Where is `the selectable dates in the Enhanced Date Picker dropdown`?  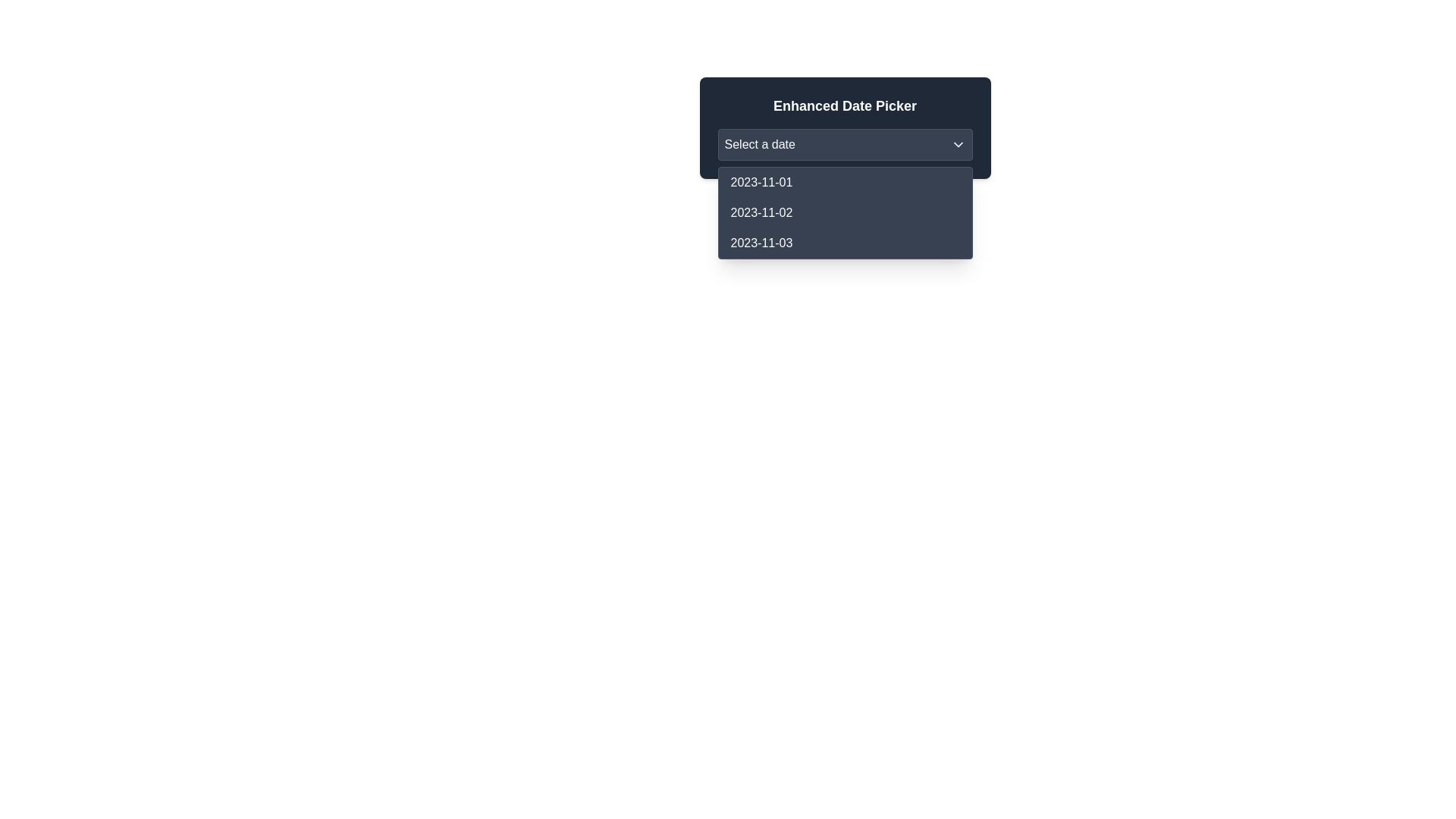
the selectable dates in the Enhanced Date Picker dropdown is located at coordinates (844, 127).